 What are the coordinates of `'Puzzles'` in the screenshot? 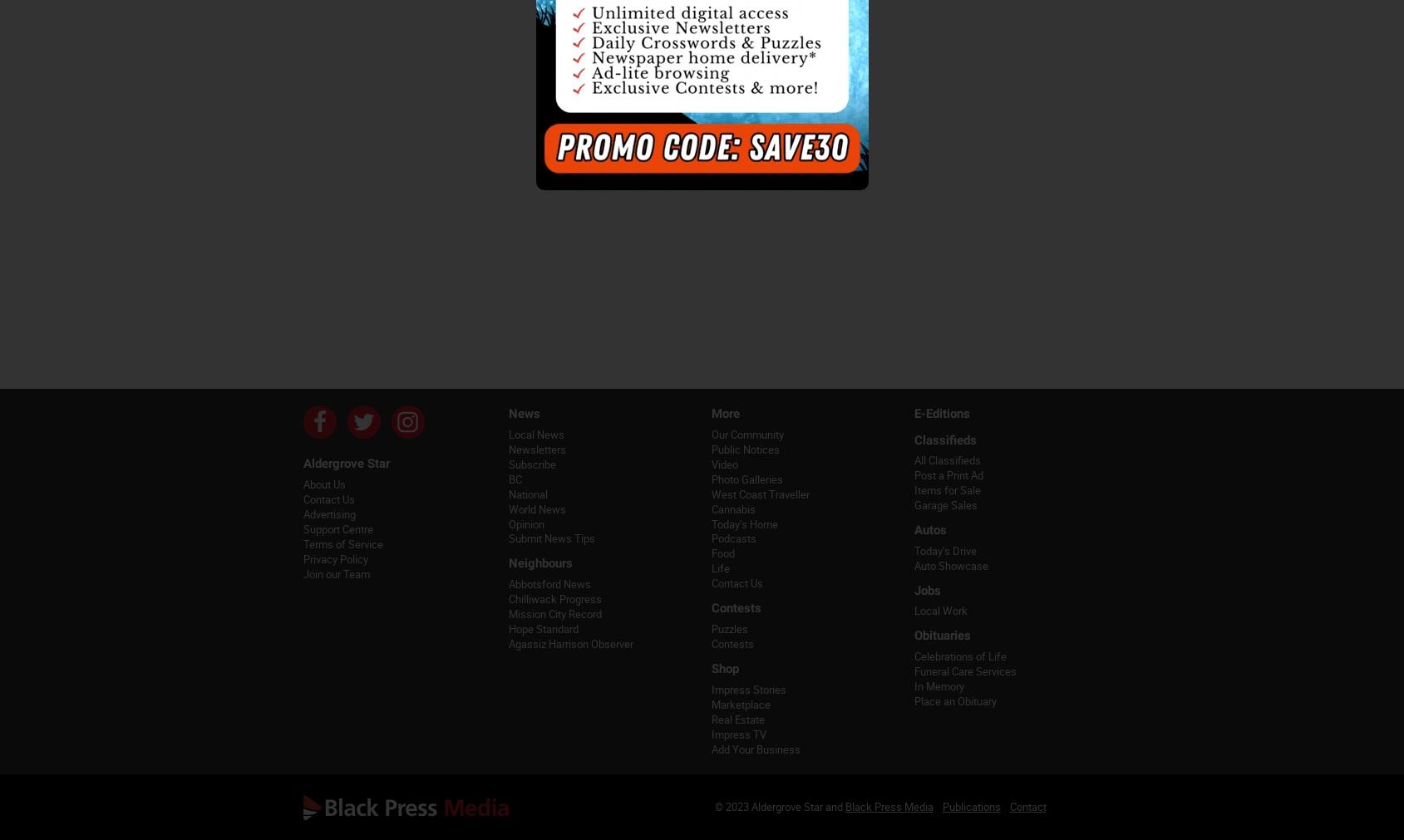 It's located at (729, 628).